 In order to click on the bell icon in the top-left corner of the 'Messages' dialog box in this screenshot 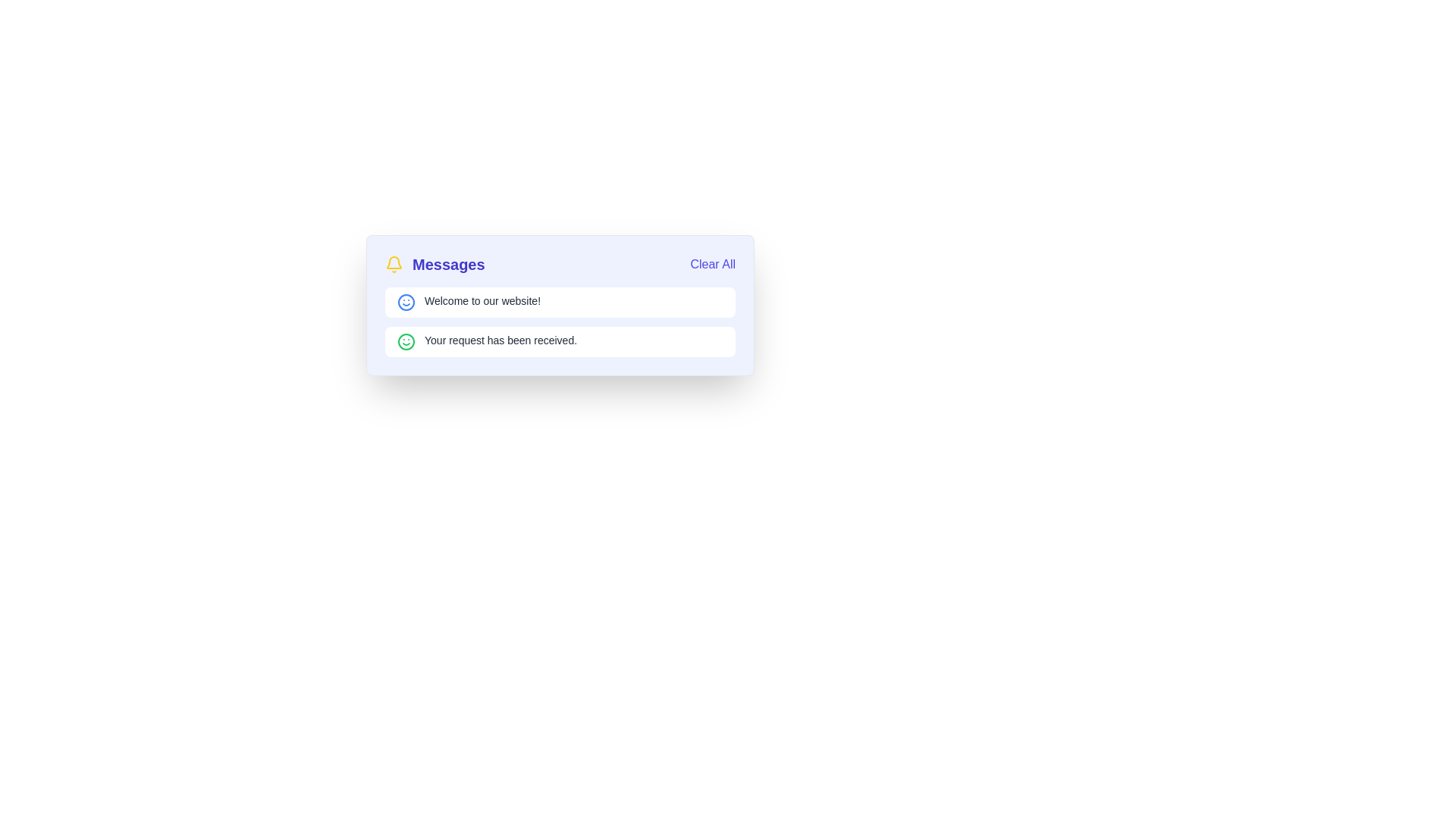, I will do `click(394, 262)`.